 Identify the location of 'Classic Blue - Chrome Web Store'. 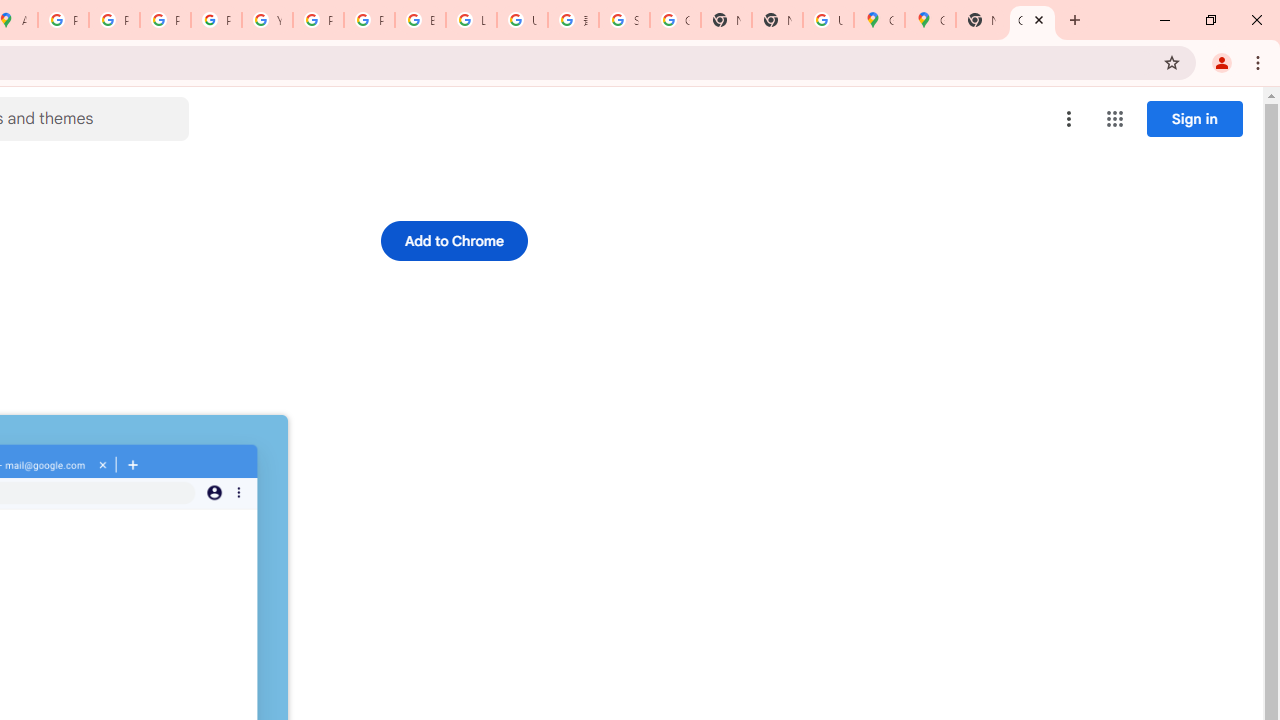
(1032, 20).